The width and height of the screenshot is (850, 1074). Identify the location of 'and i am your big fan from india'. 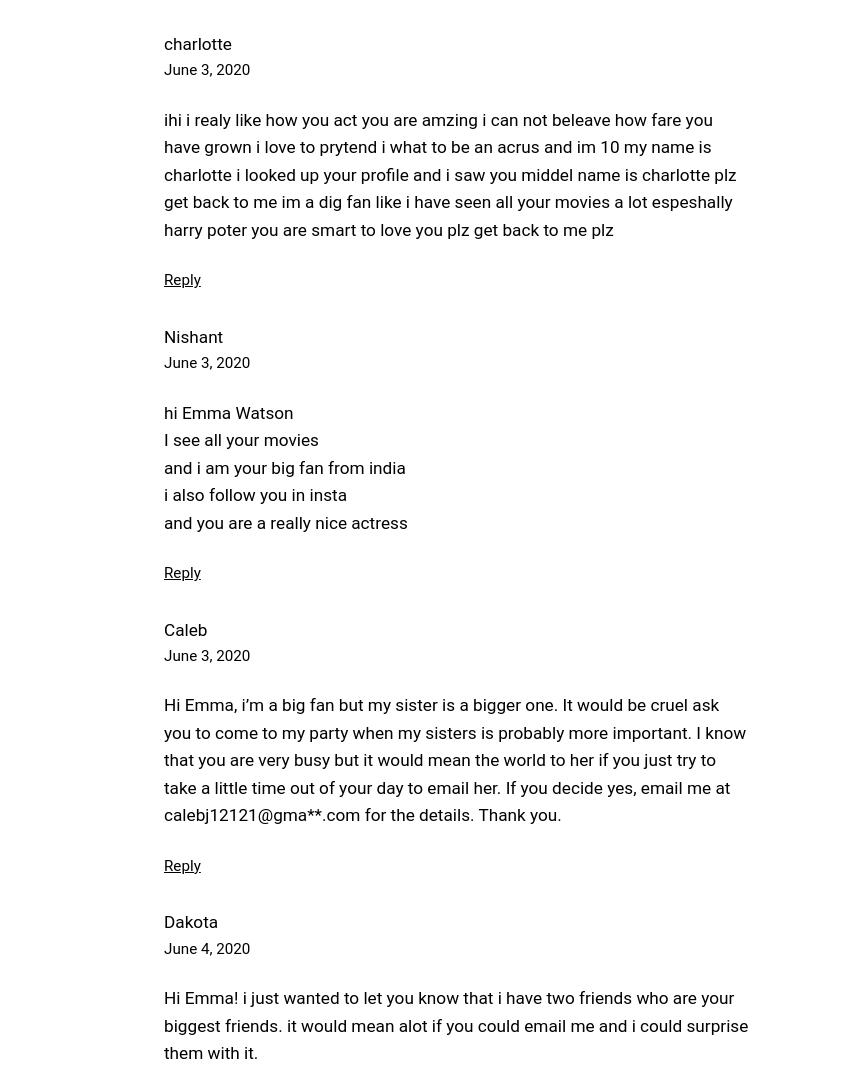
(283, 465).